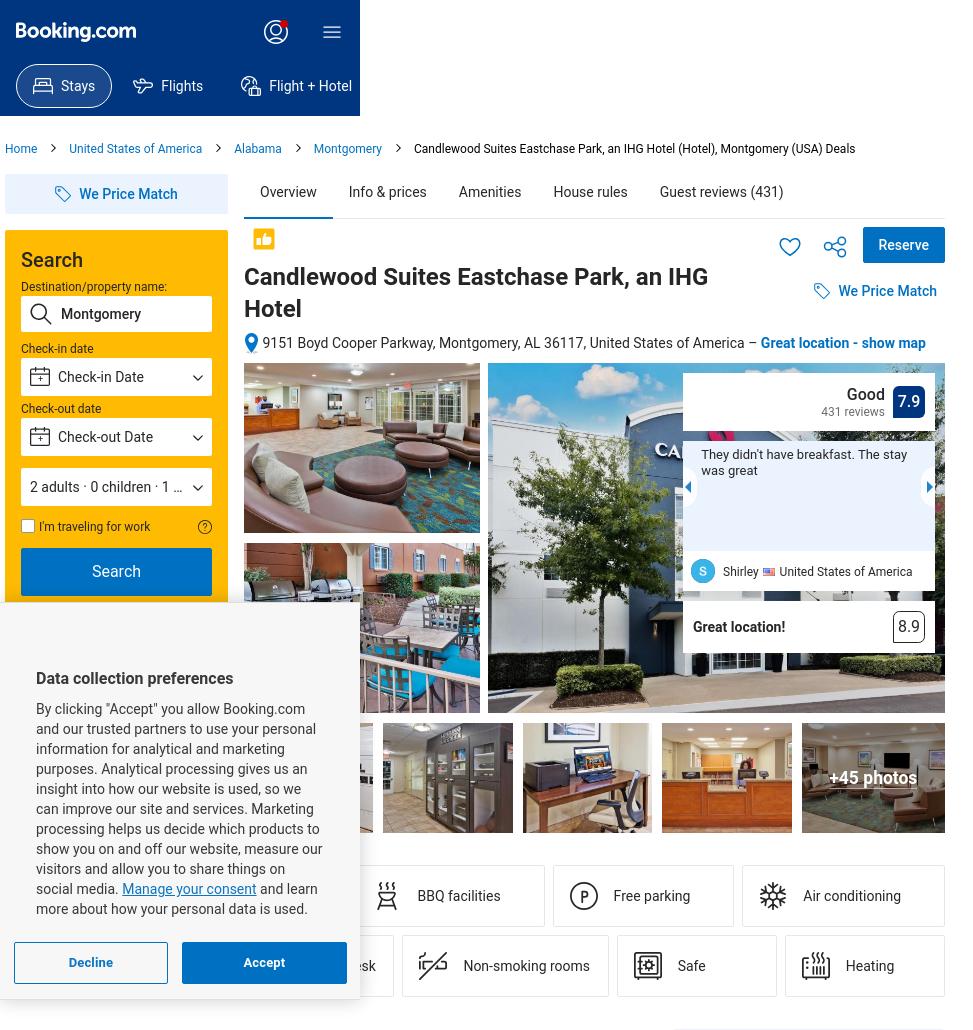 This screenshot has width=973, height=1030. What do you see at coordinates (39, 527) in the screenshot?
I see `'I'm traveling for work'` at bounding box center [39, 527].